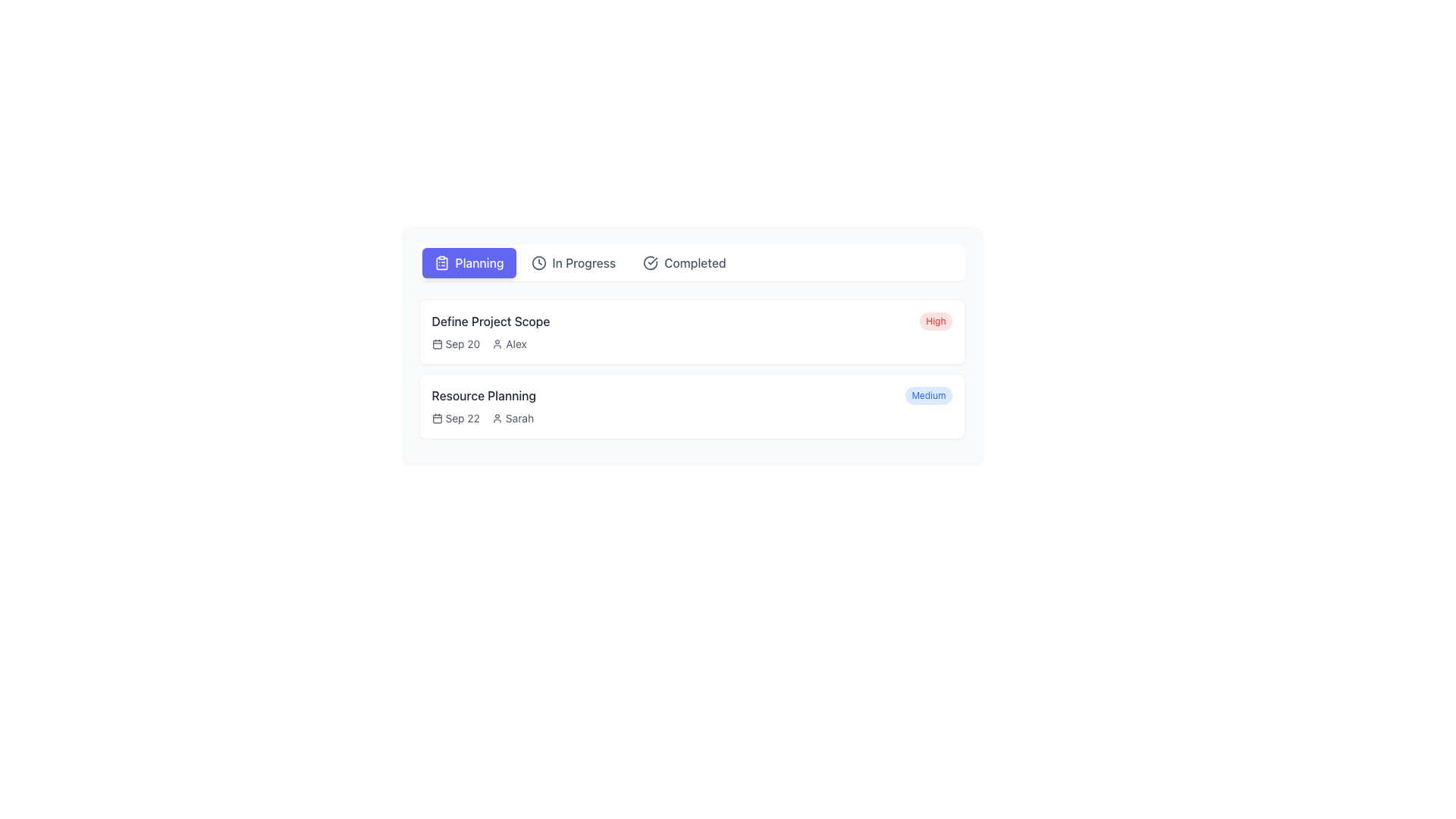  Describe the element at coordinates (538, 262) in the screenshot. I see `the SVG Circle that visually defines the circular boundary of the clock icon, which is located near the center of the 'In Progress' button in the navigation tab above the task list` at that location.